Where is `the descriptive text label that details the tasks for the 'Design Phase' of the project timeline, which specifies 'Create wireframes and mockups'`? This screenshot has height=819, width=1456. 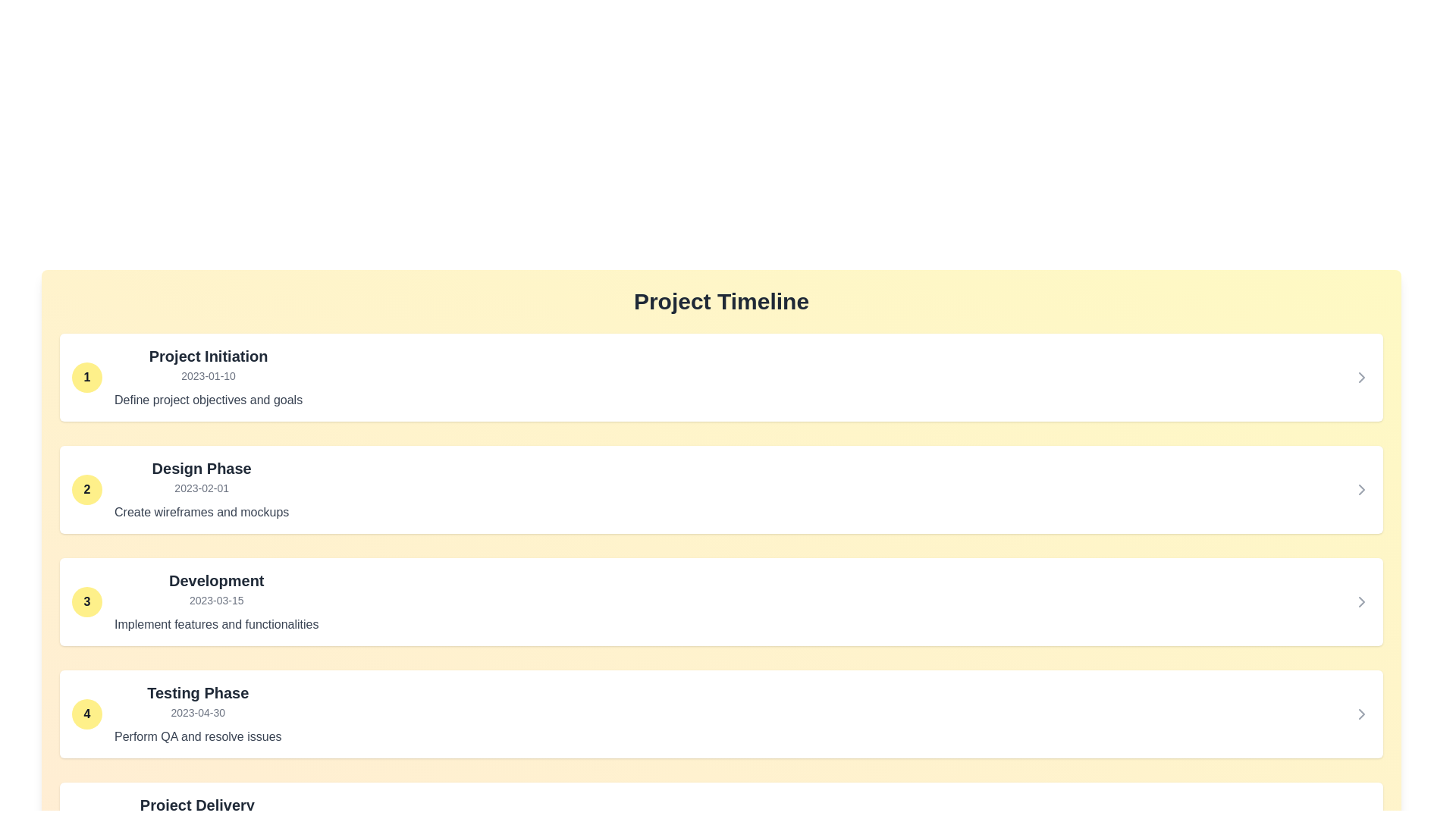 the descriptive text label that details the tasks for the 'Design Phase' of the project timeline, which specifies 'Create wireframes and mockups' is located at coordinates (201, 512).